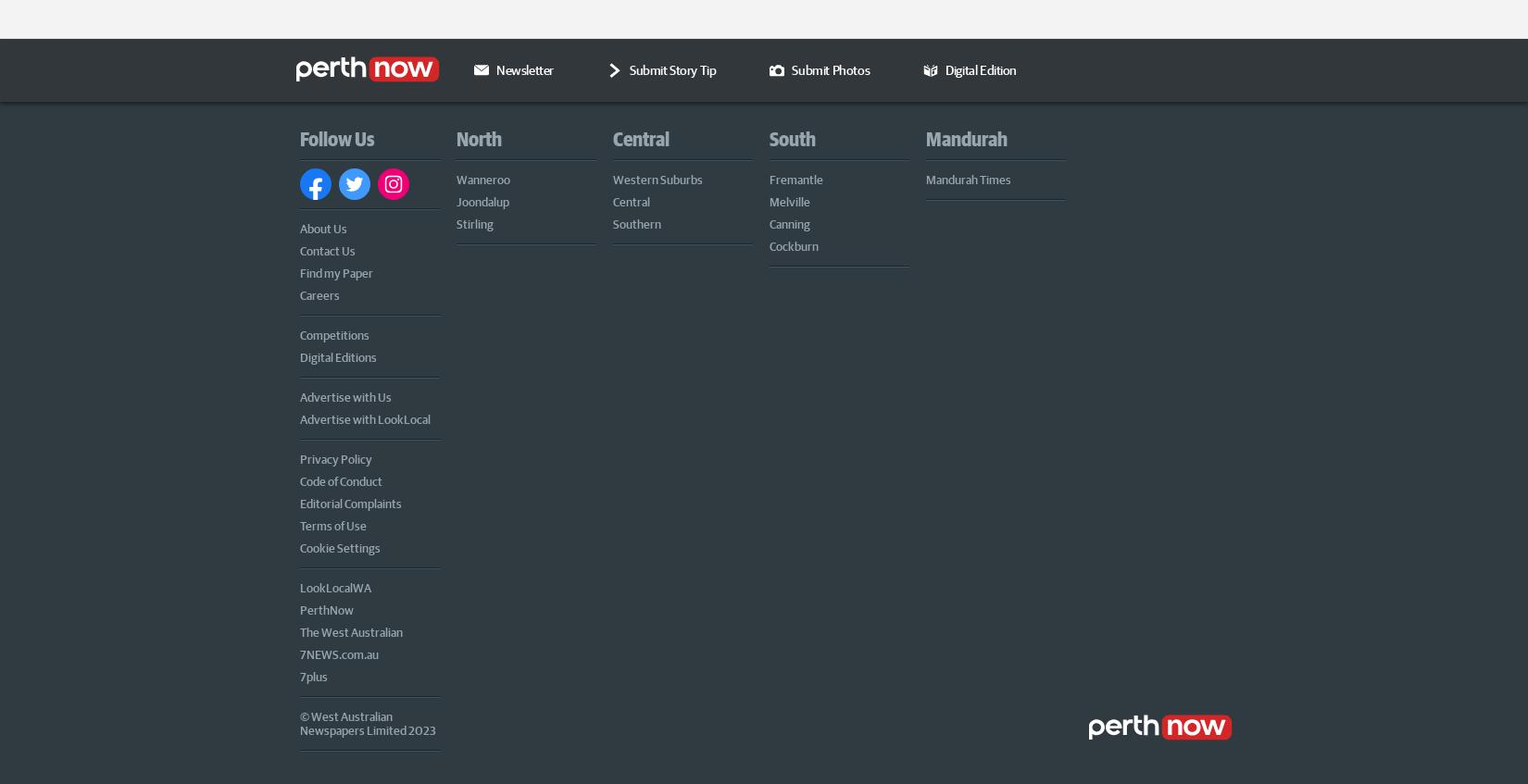 Image resolution: width=1528 pixels, height=784 pixels. Describe the element at coordinates (351, 500) in the screenshot. I see `'Editorial Complaints'` at that location.